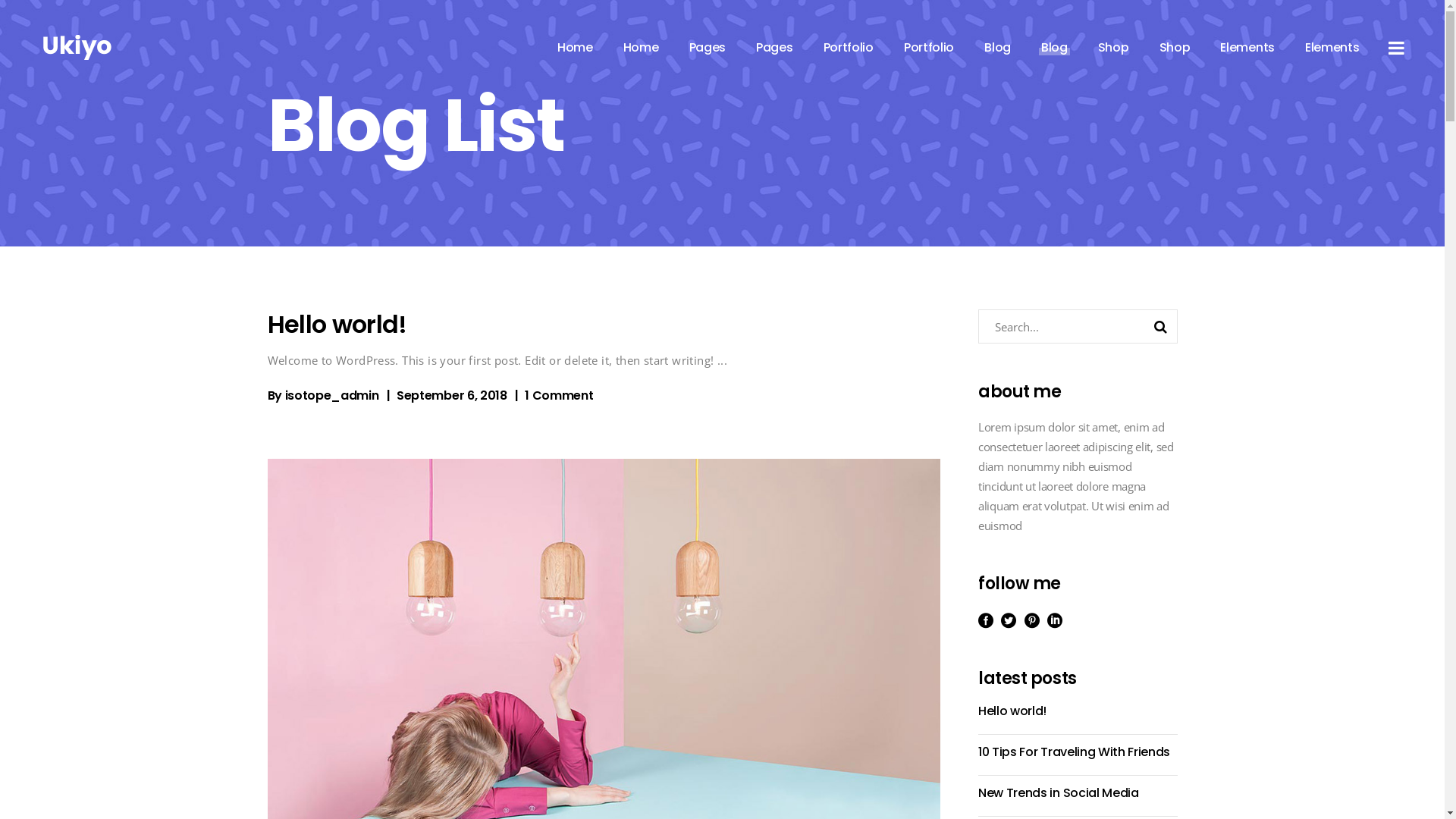 This screenshot has height=819, width=1456. I want to click on 'Shop', so click(1174, 46).